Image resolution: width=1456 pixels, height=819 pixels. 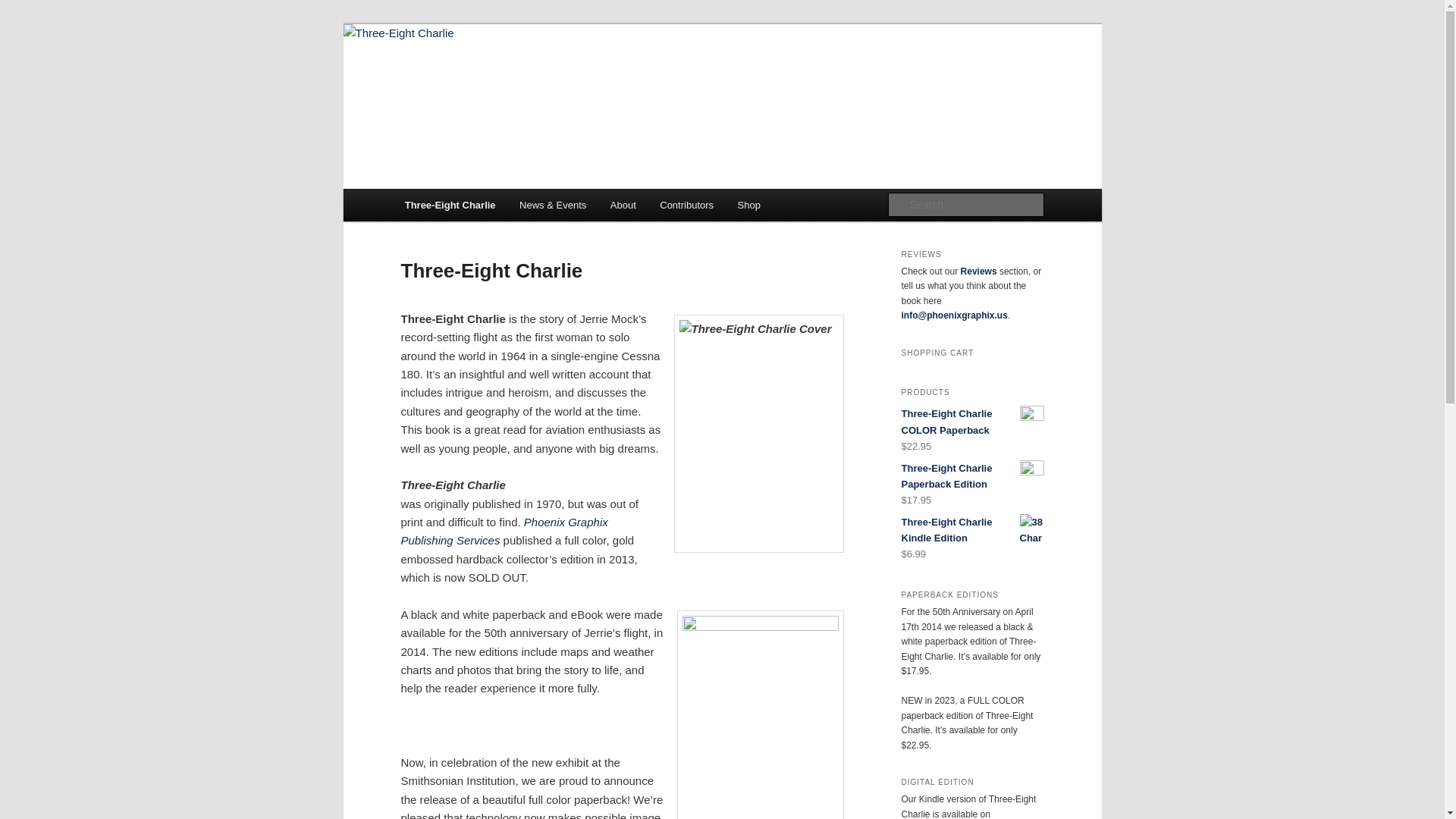 I want to click on 'About', so click(x=623, y=205).